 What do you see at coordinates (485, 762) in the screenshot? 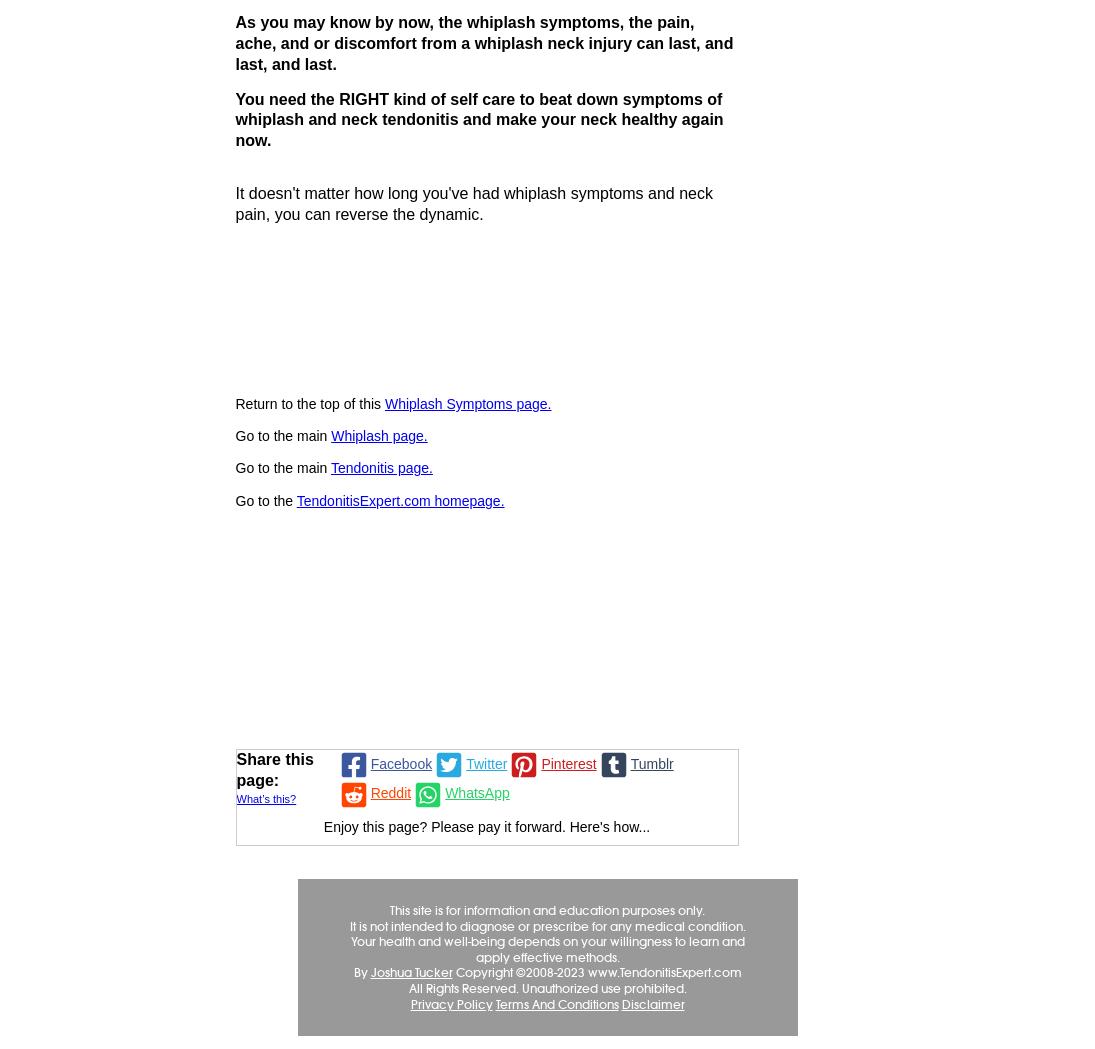
I see `'Twitter'` at bounding box center [485, 762].